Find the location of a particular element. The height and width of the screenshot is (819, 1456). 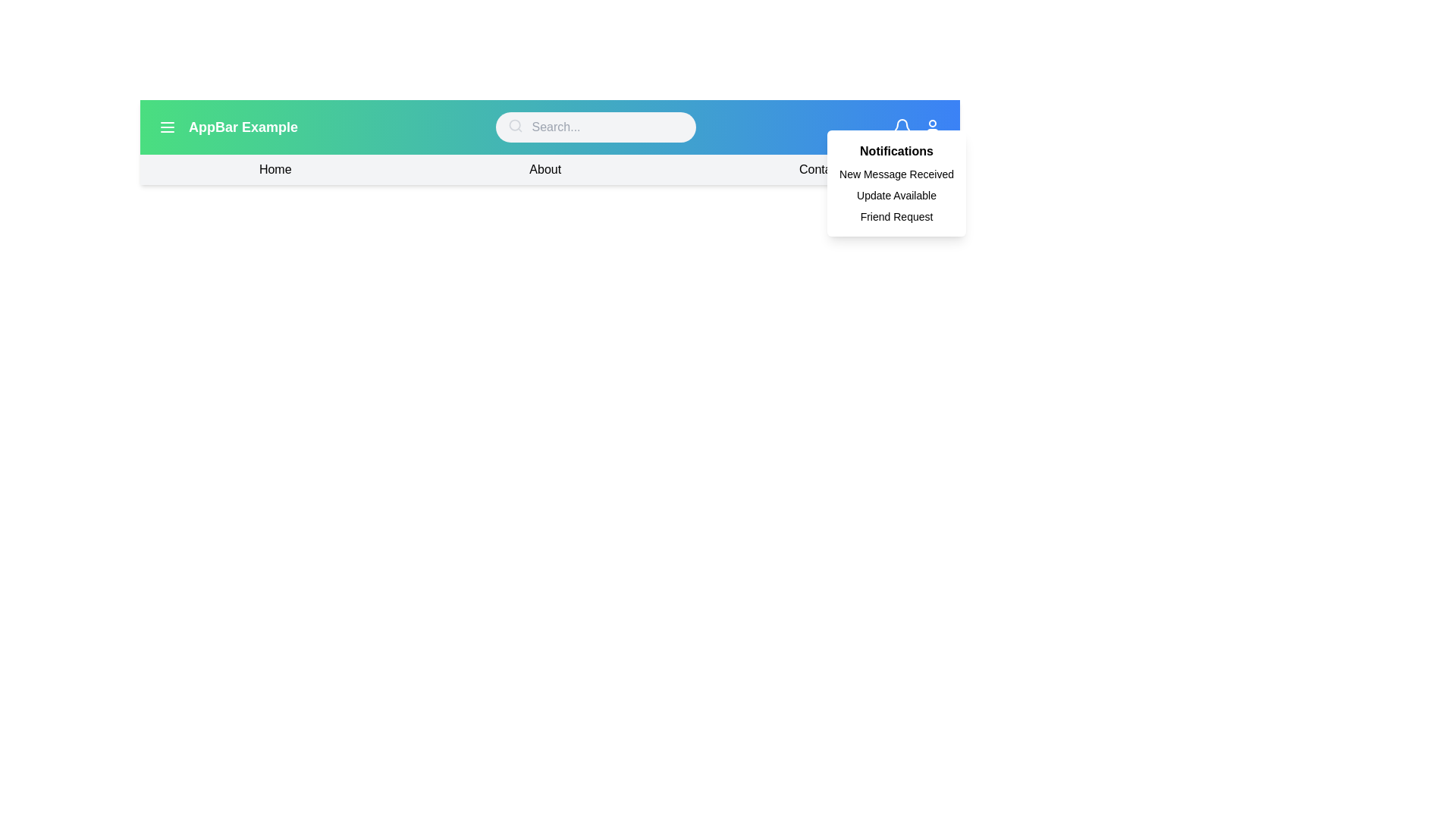

the navigation link About to navigate to the corresponding section is located at coordinates (545, 169).